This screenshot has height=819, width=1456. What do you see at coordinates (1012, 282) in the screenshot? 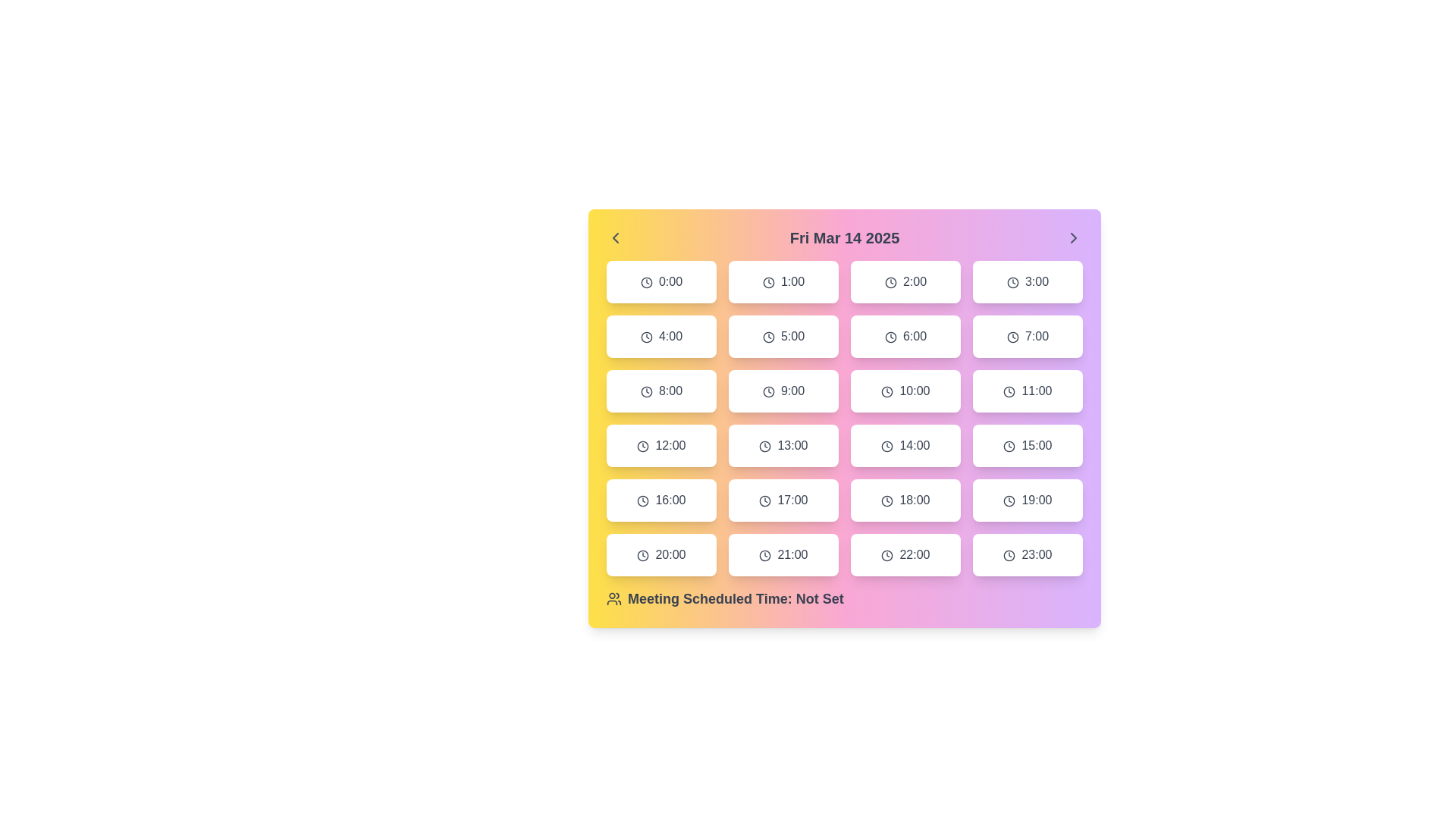
I see `the decorative clock icon located to the left of the '3:00' text in the third row and third column of the grid layout` at bounding box center [1012, 282].